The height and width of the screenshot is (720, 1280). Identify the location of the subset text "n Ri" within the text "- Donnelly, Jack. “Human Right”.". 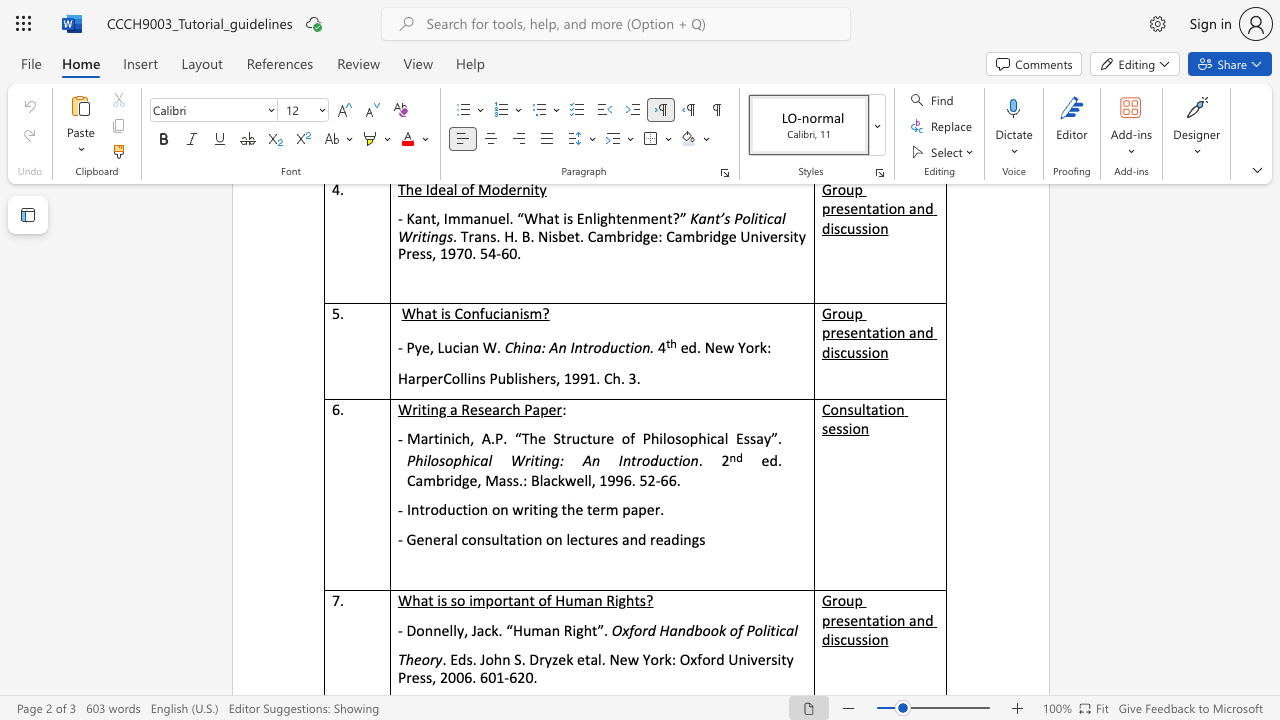
(551, 630).